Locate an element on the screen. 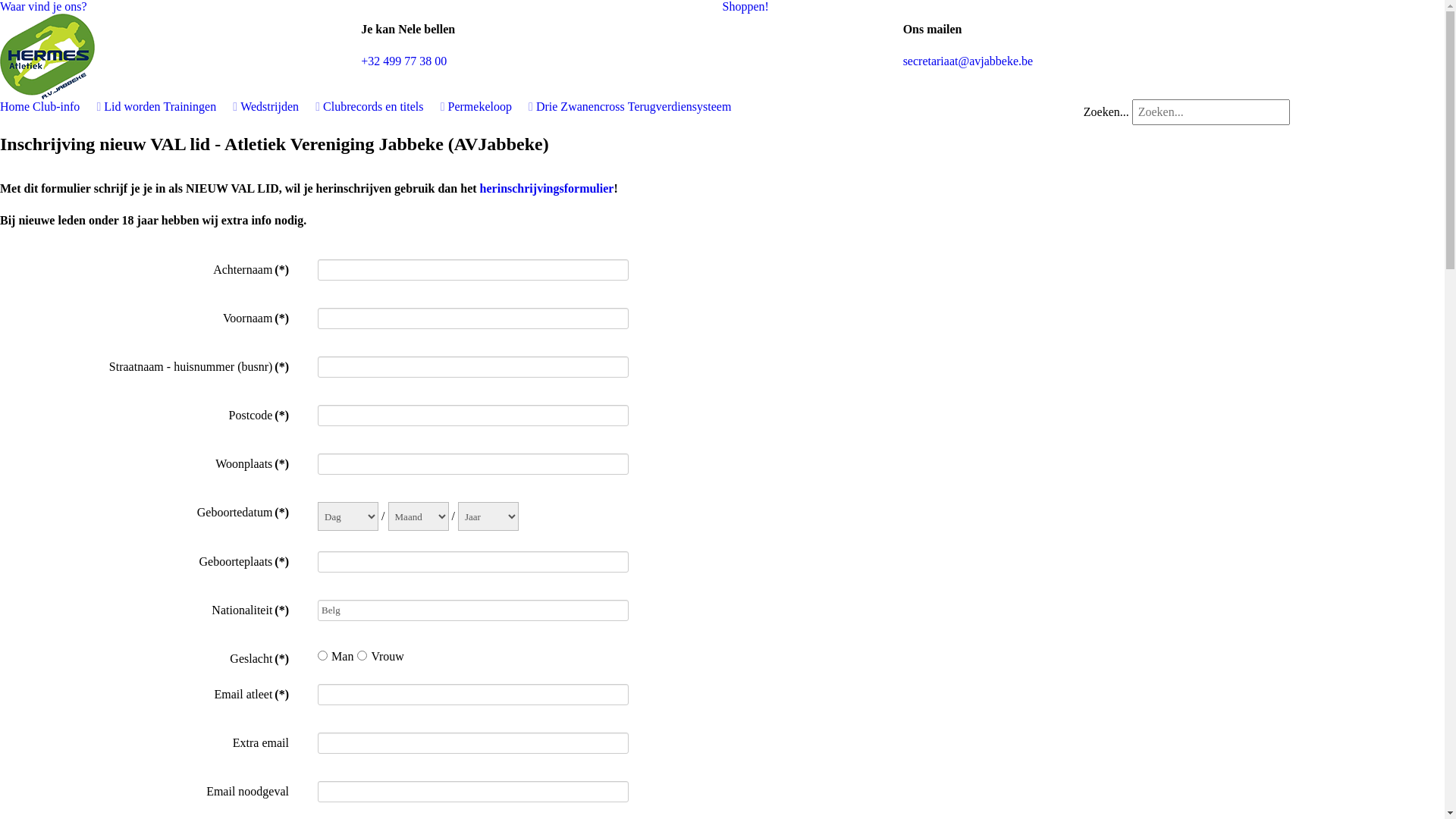 The width and height of the screenshot is (1456, 819). 'Permekeloop' is located at coordinates (491, 105).